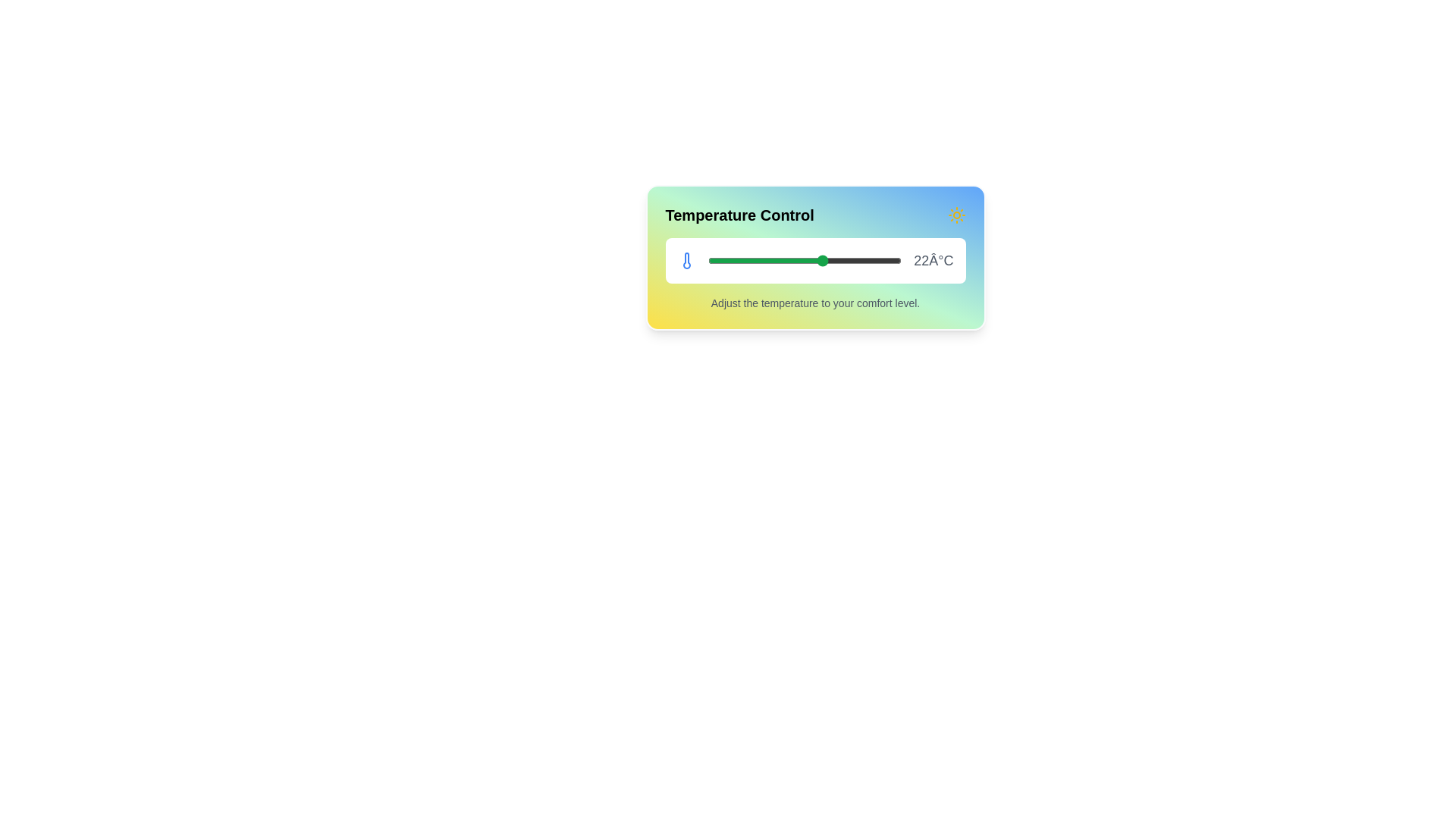  Describe the element at coordinates (766, 259) in the screenshot. I see `temperature` at that location.